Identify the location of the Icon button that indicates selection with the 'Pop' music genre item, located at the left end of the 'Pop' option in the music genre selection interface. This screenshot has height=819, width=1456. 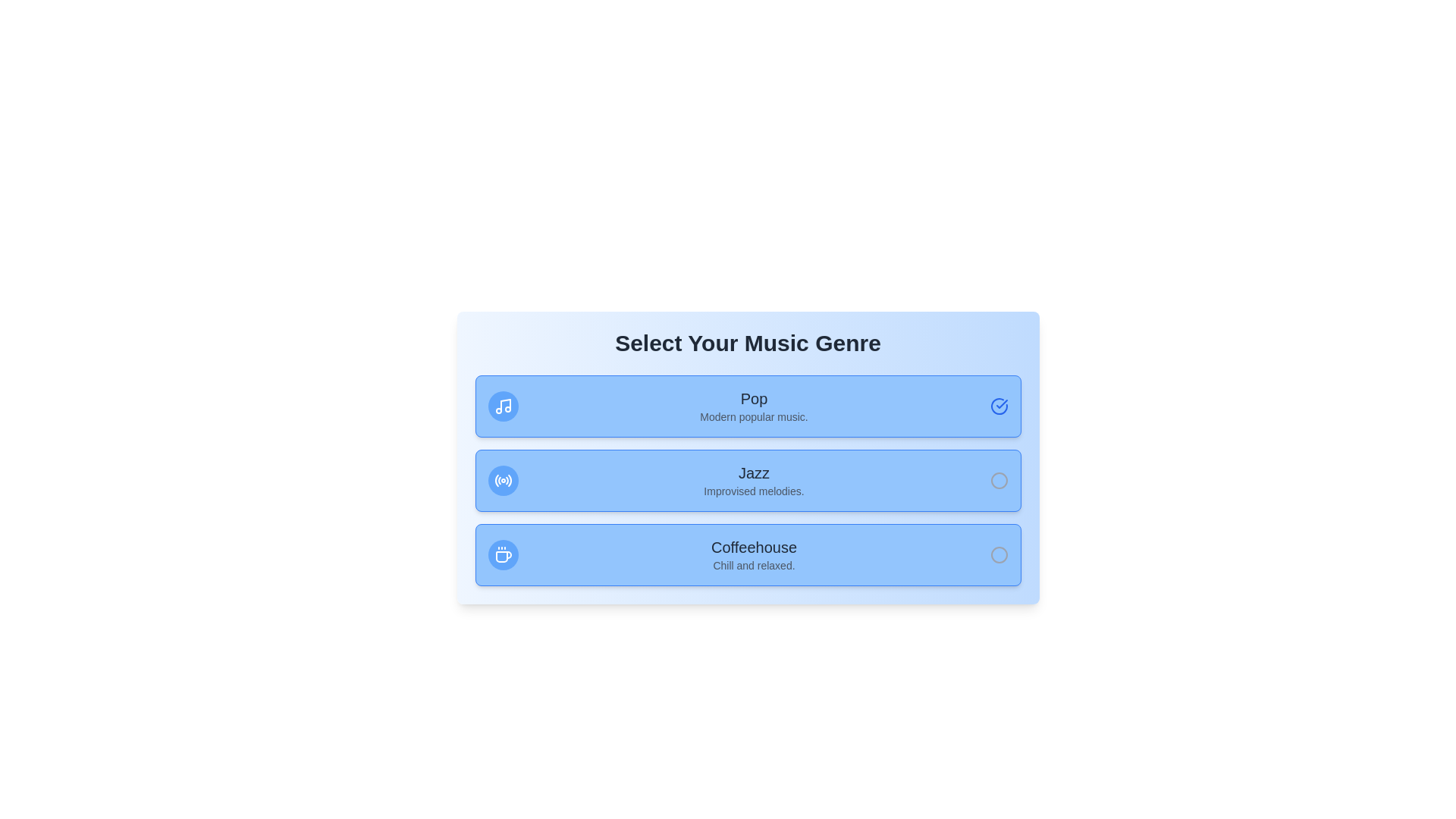
(503, 406).